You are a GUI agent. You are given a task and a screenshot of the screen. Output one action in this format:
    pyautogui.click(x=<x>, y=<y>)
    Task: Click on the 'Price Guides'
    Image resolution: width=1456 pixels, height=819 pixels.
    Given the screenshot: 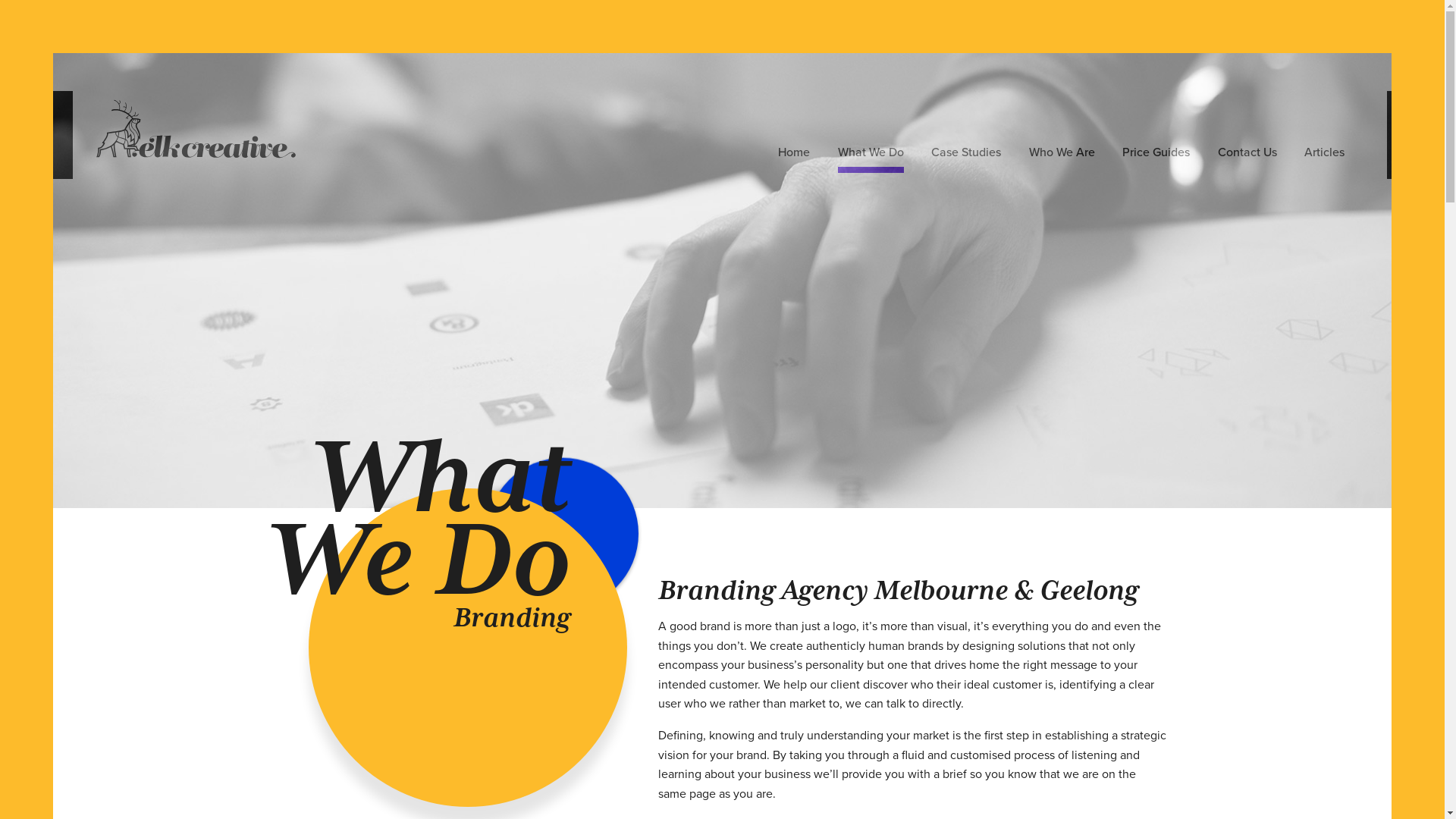 What is the action you would take?
    pyautogui.click(x=1155, y=155)
    